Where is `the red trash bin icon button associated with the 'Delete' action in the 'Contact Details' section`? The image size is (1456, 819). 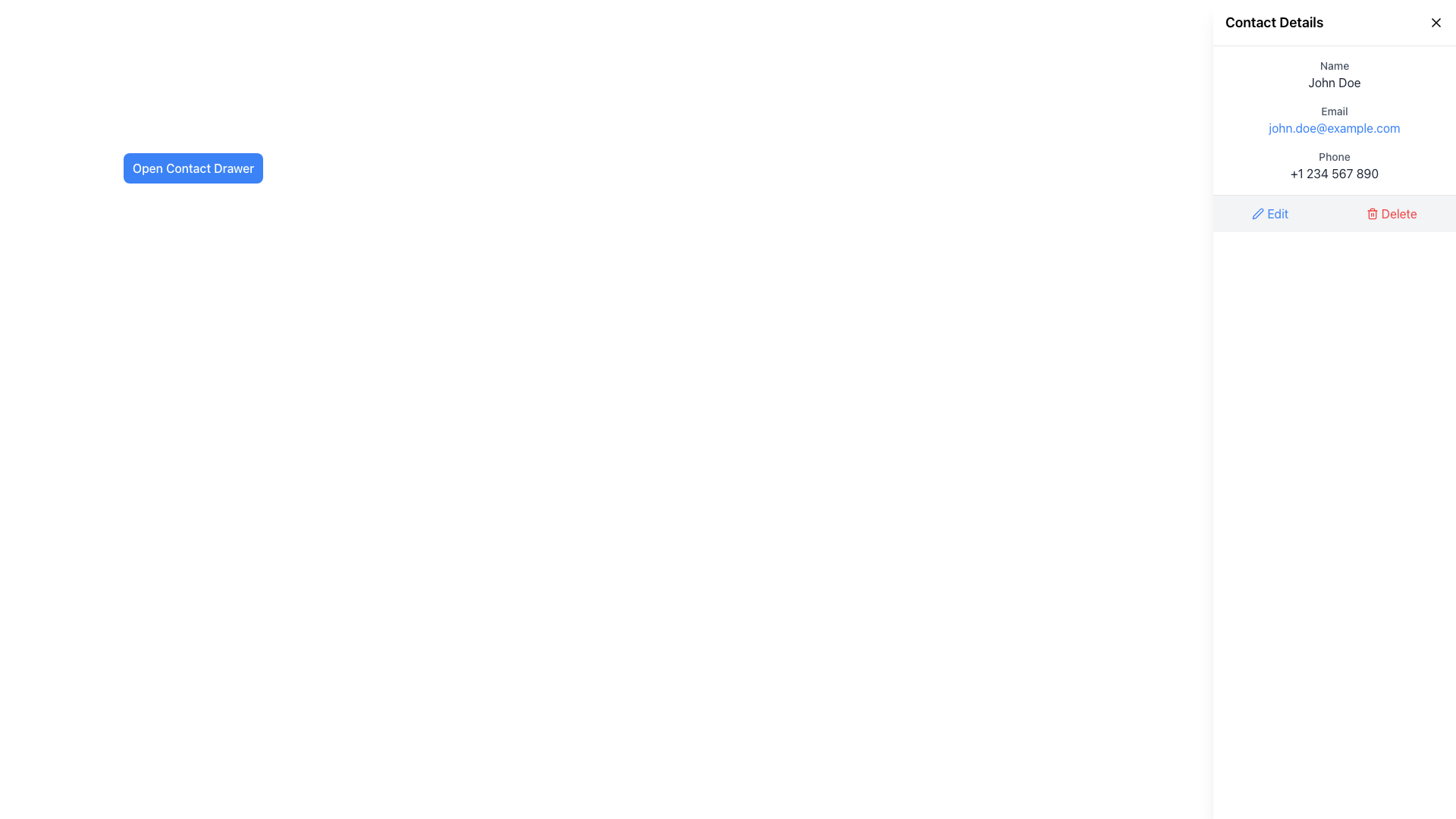
the red trash bin icon button associated with the 'Delete' action in the 'Contact Details' section is located at coordinates (1372, 213).